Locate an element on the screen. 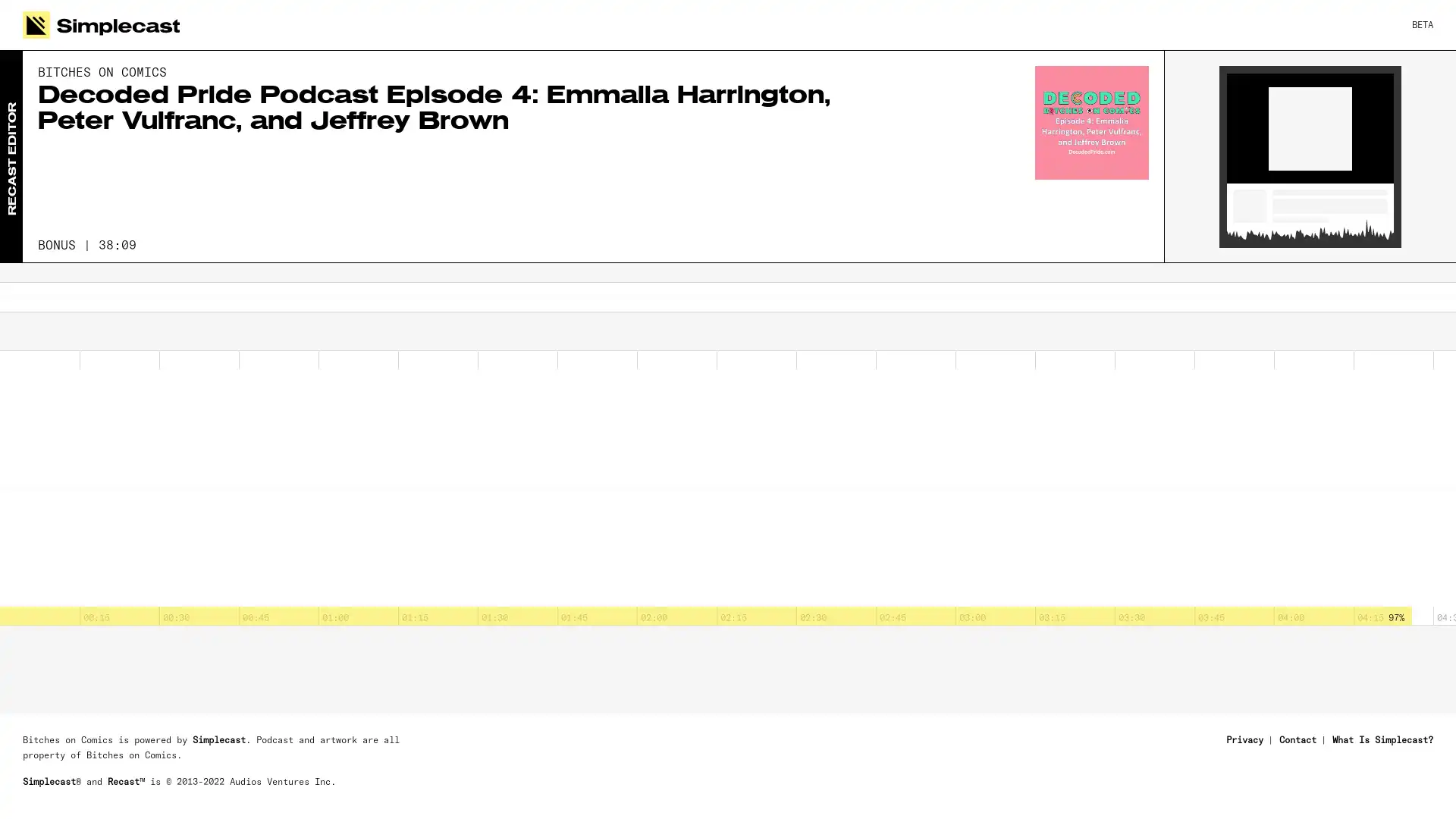 The width and height of the screenshot is (1456, 819). 30s is located at coordinates (37, 335).